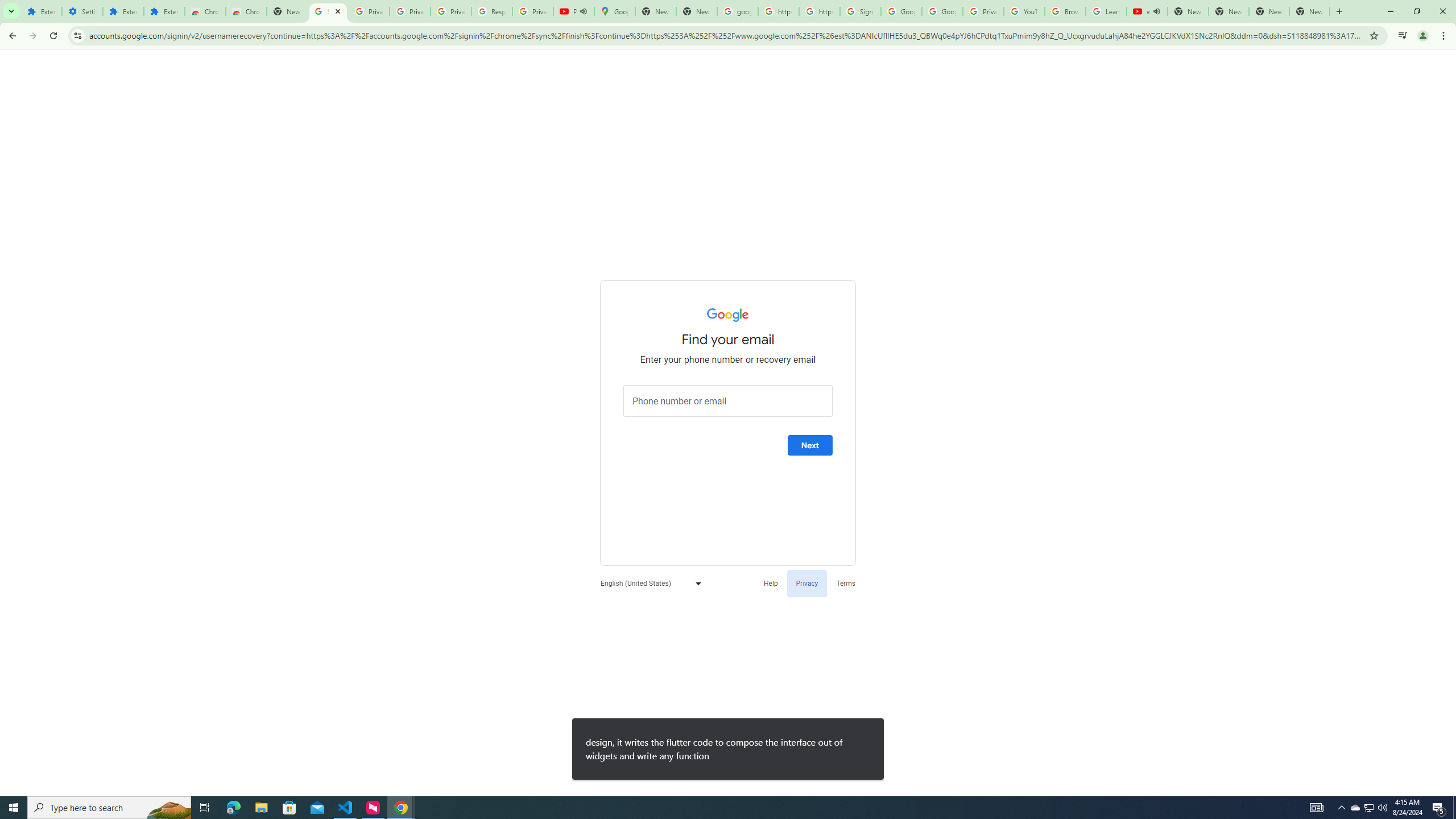 The width and height of the screenshot is (1456, 819). Describe the element at coordinates (573, 11) in the screenshot. I see `'Personalized AI for you | Gemini - YouTube - Audio playing'` at that location.